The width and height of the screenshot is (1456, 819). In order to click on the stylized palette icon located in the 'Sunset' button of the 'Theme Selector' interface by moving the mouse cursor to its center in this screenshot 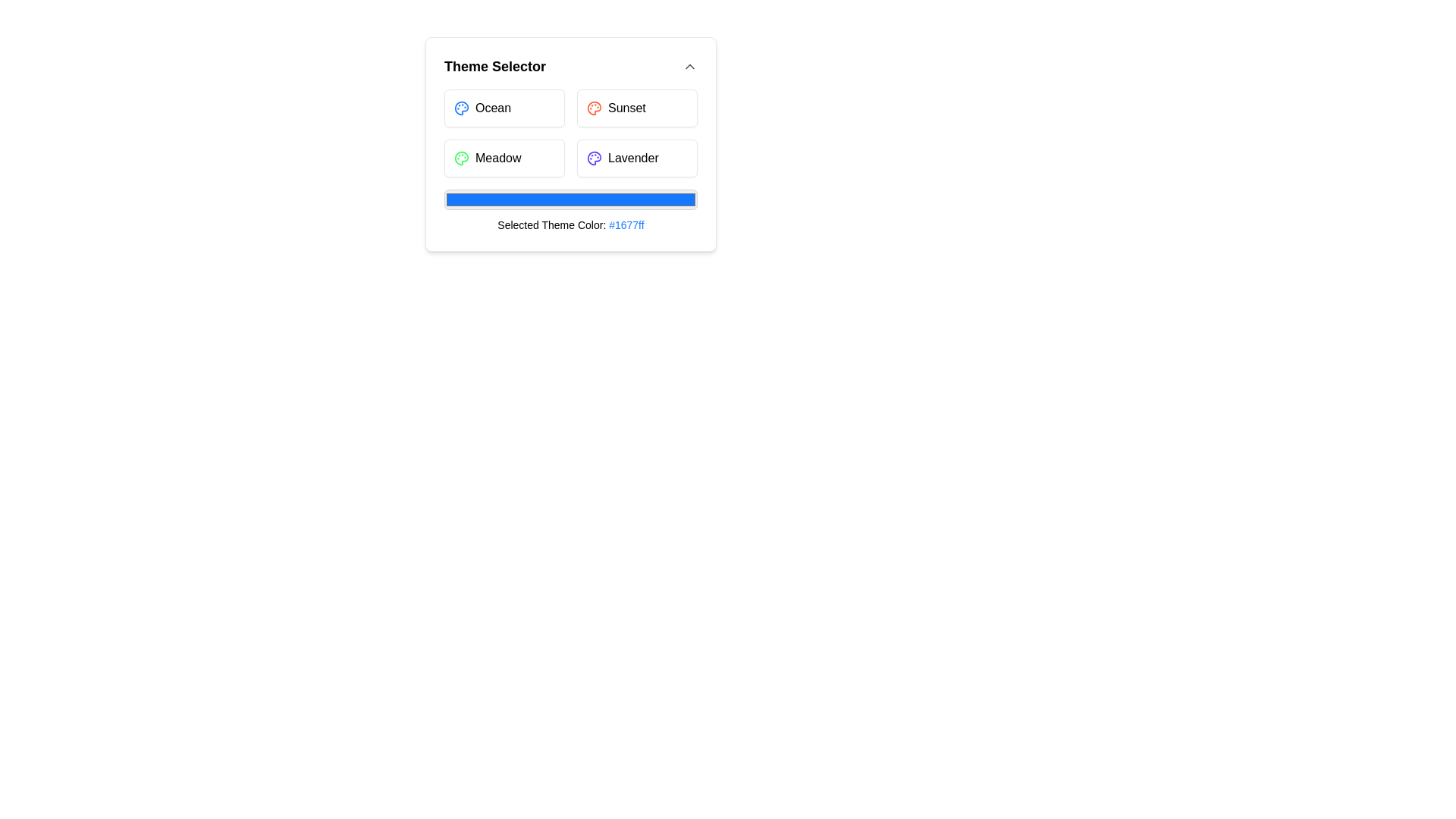, I will do `click(593, 107)`.